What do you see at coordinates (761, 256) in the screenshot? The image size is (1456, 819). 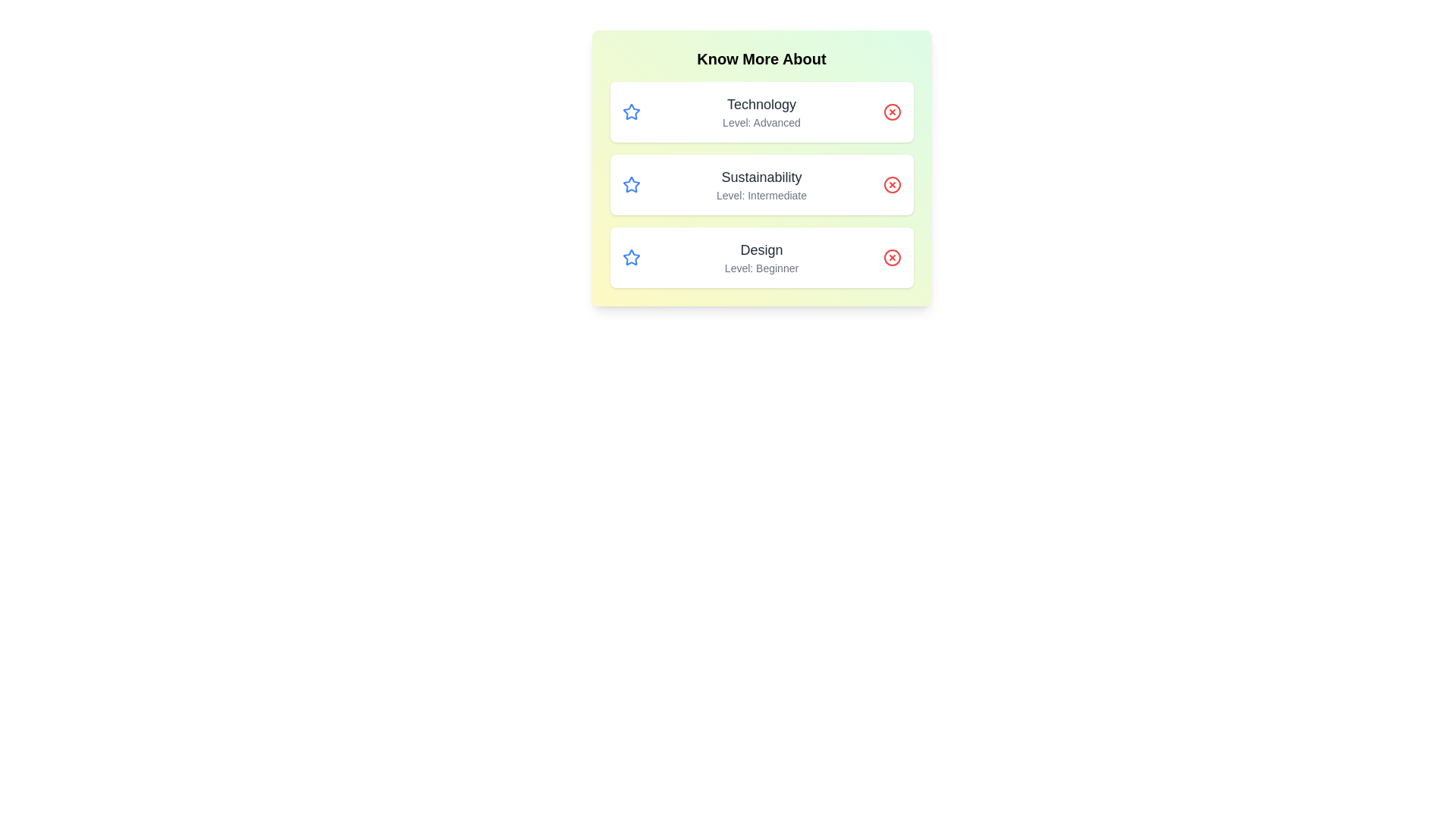 I see `the list item corresponding to Design` at bounding box center [761, 256].